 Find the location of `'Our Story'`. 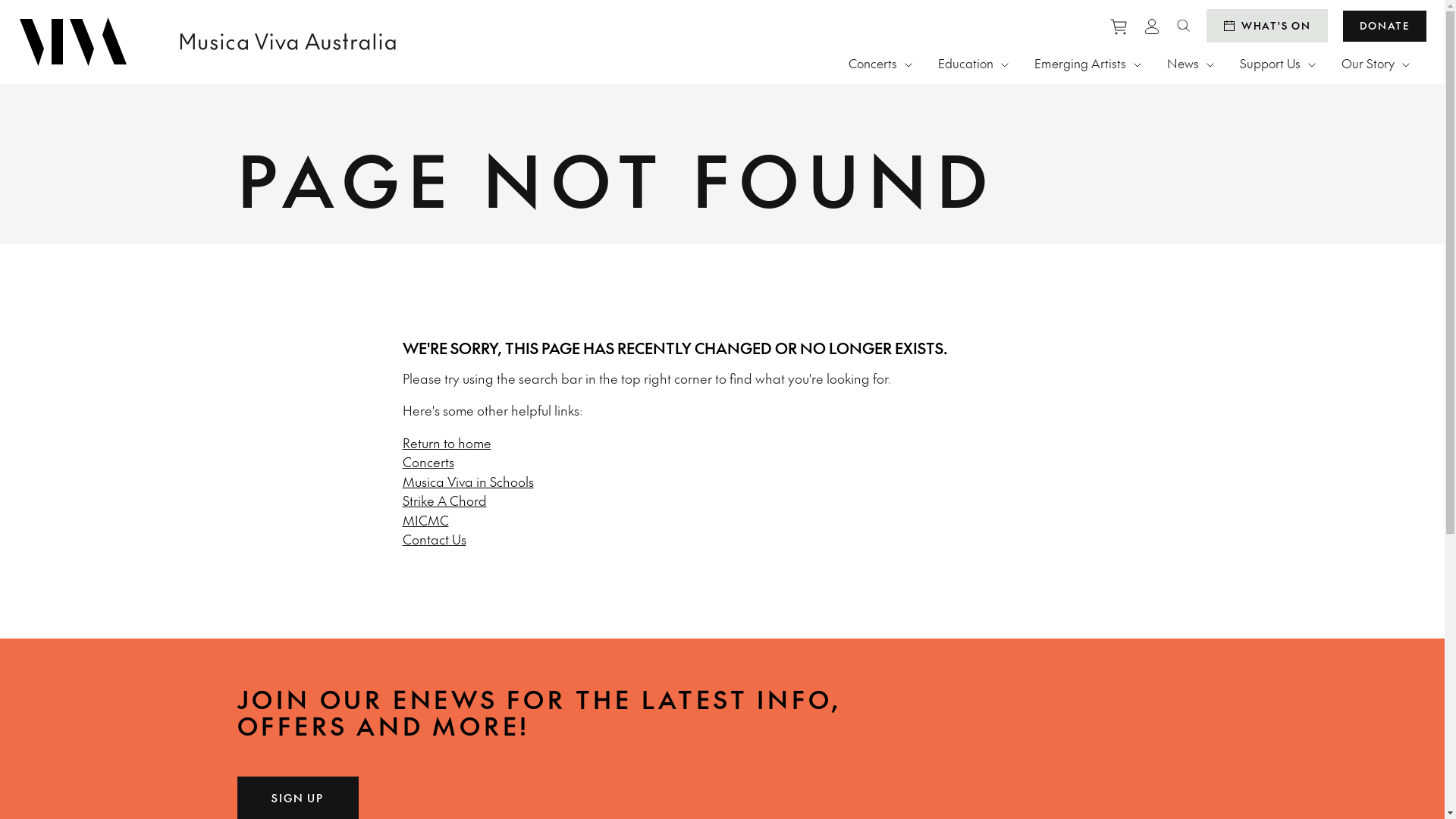

'Our Story' is located at coordinates (1376, 62).